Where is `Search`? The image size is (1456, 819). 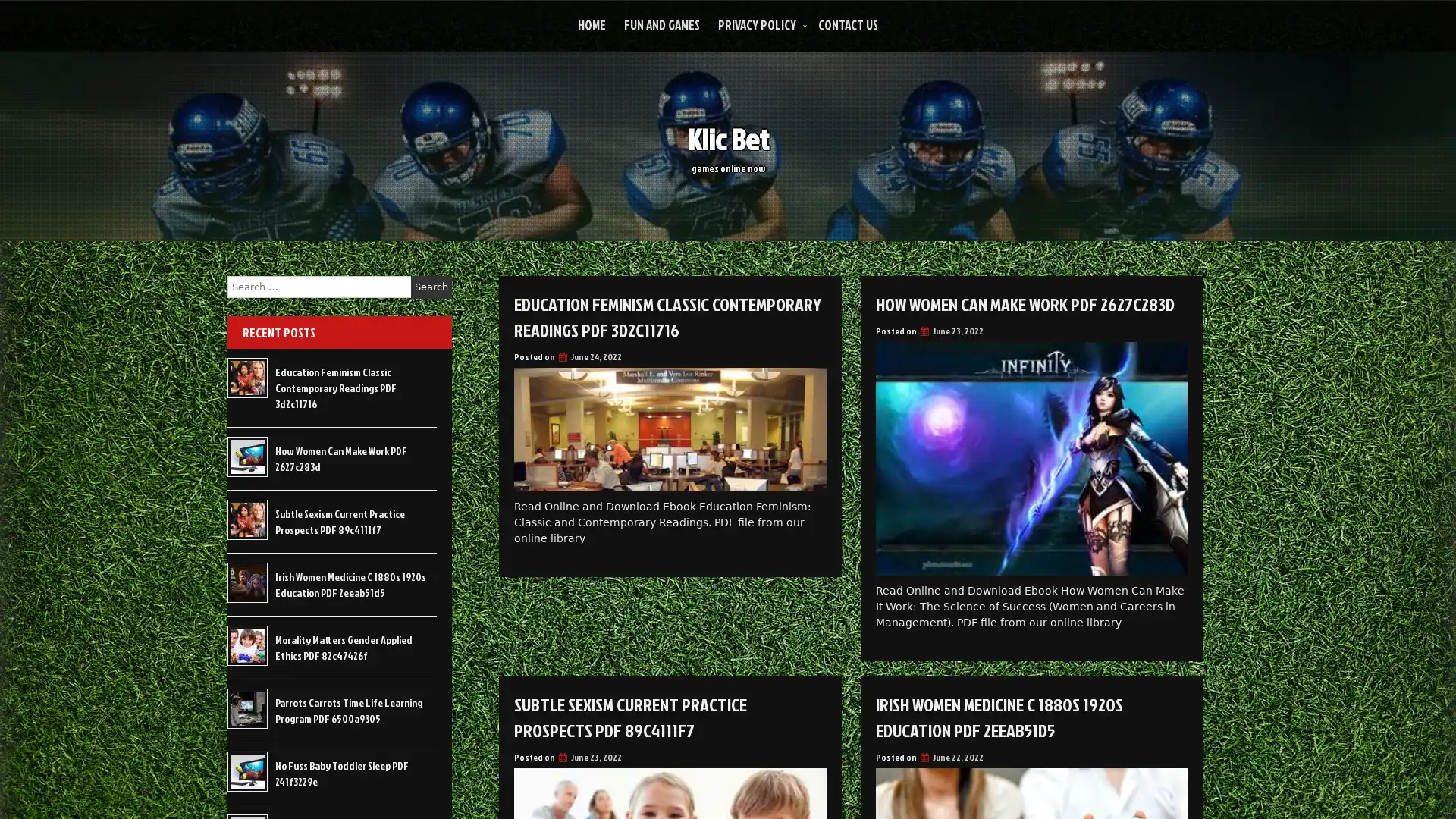
Search is located at coordinates (431, 287).